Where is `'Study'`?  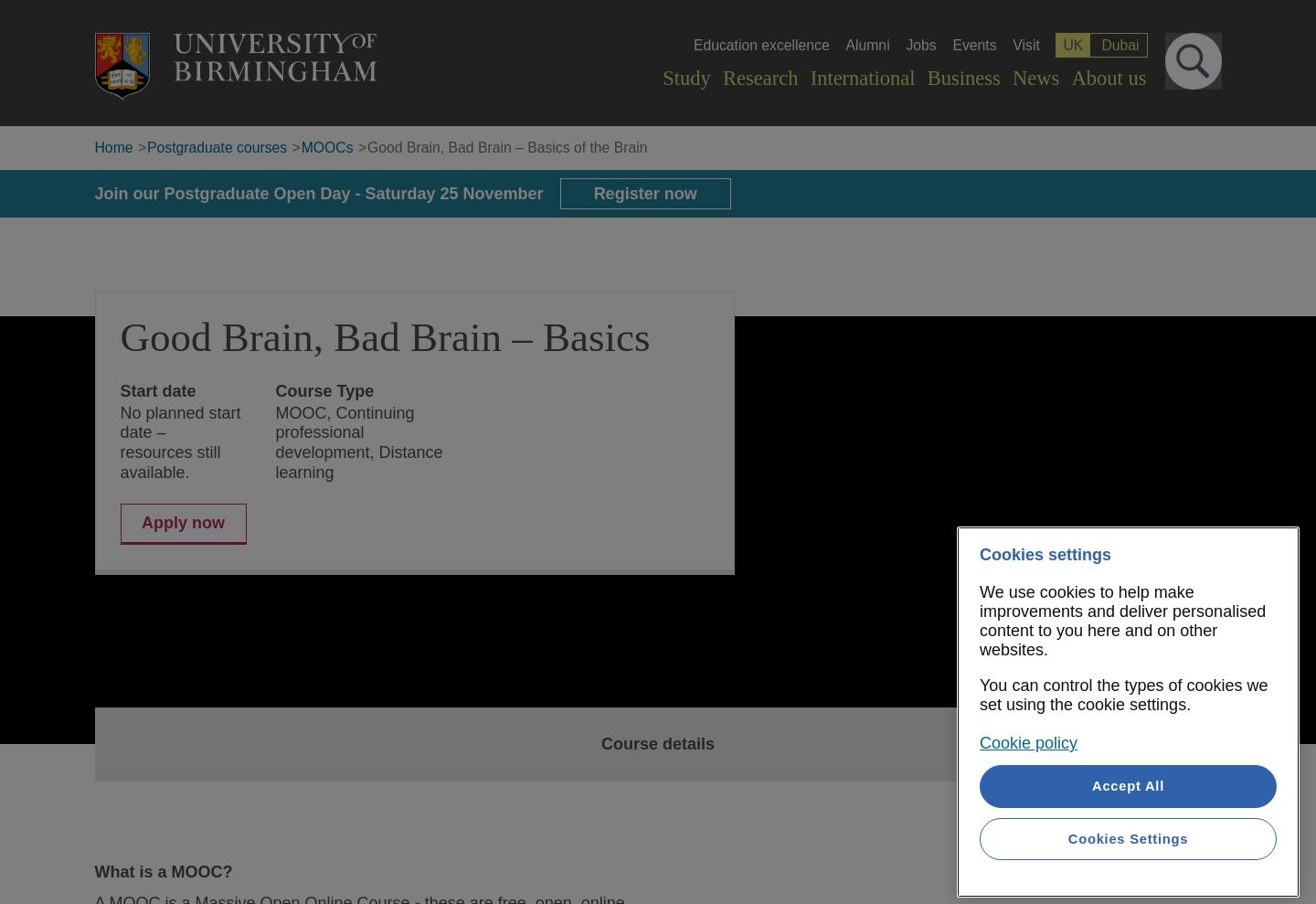
'Study' is located at coordinates (685, 77).